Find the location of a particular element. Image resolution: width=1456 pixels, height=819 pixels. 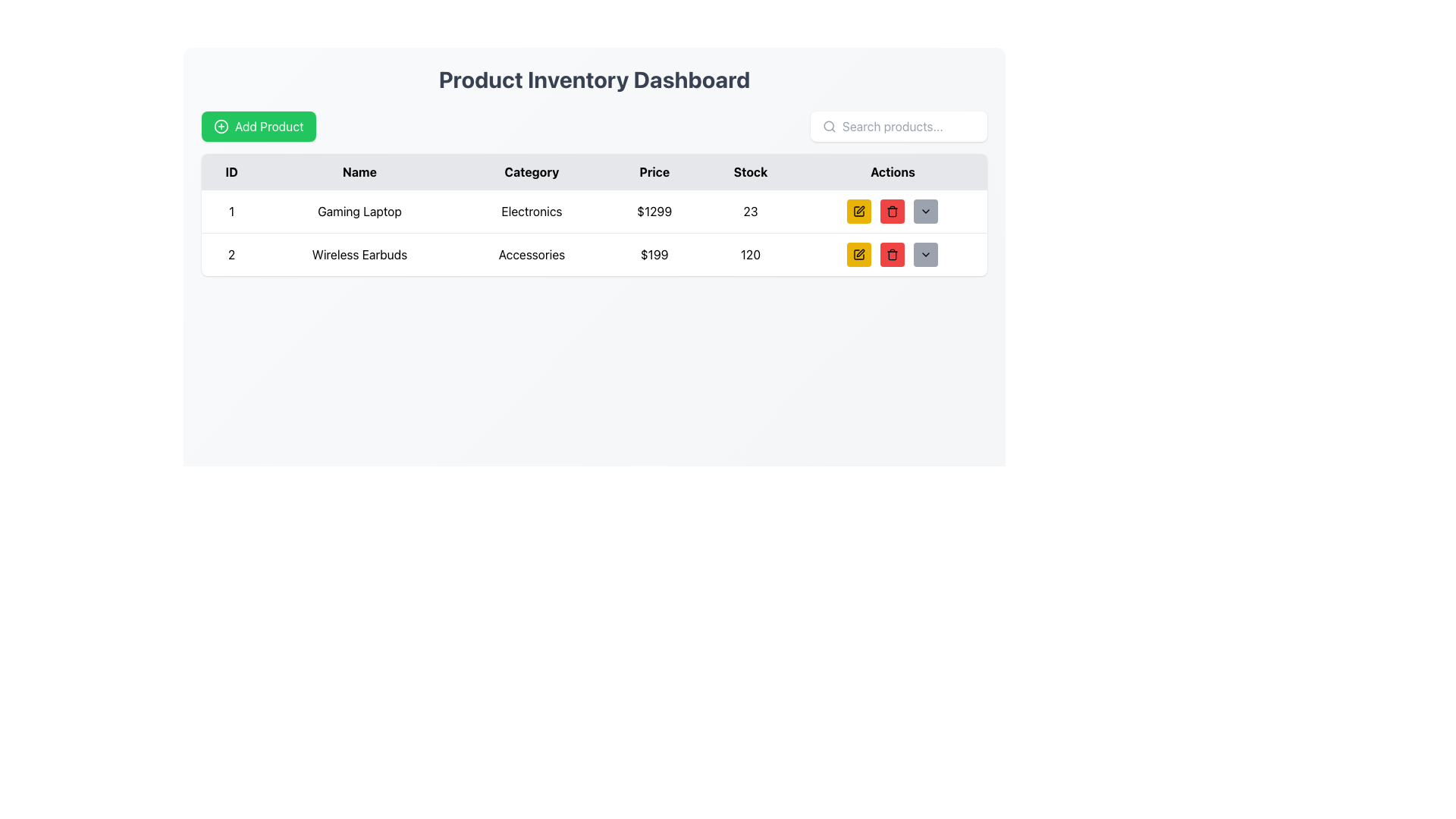

the 'Category' text element in the table row corresponding to 'Wireless Earbuds' to provide context about the product classification is located at coordinates (532, 253).